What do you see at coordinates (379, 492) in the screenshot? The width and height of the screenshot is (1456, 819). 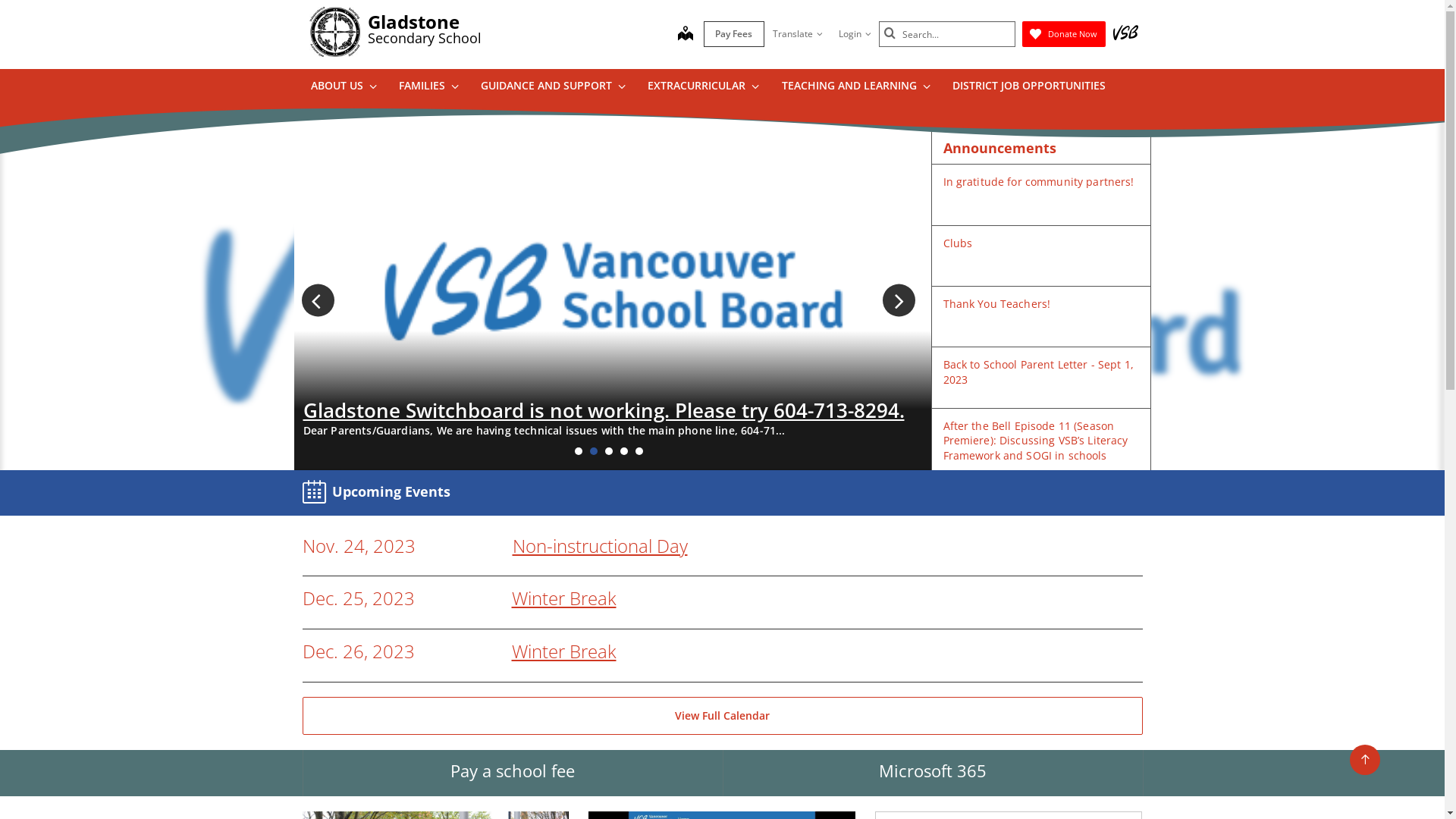 I see `'Upcoming Events'` at bounding box center [379, 492].